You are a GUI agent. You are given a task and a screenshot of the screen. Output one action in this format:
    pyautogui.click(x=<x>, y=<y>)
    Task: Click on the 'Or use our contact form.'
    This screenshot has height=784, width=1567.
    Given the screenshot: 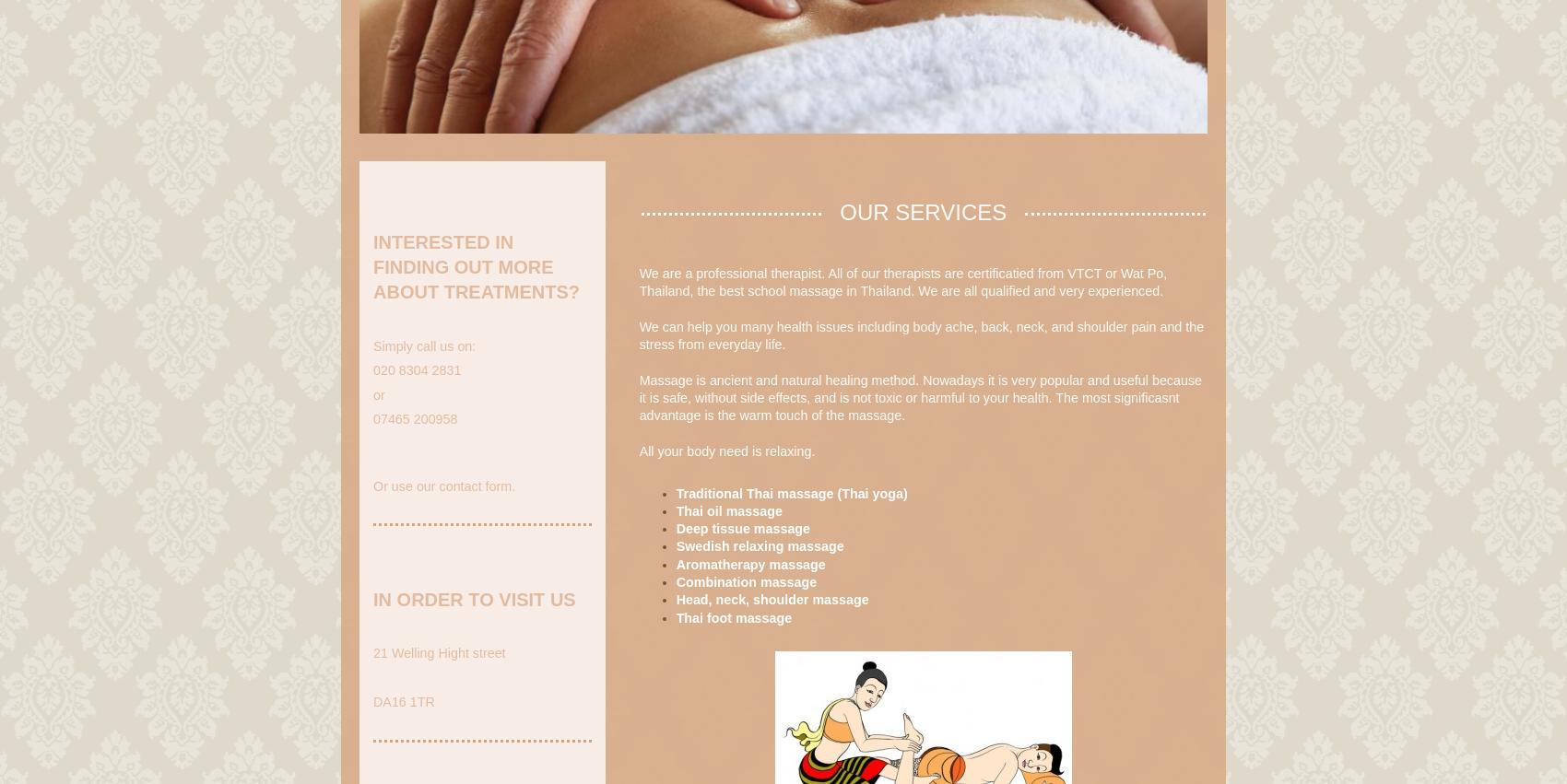 What is the action you would take?
    pyautogui.click(x=371, y=486)
    